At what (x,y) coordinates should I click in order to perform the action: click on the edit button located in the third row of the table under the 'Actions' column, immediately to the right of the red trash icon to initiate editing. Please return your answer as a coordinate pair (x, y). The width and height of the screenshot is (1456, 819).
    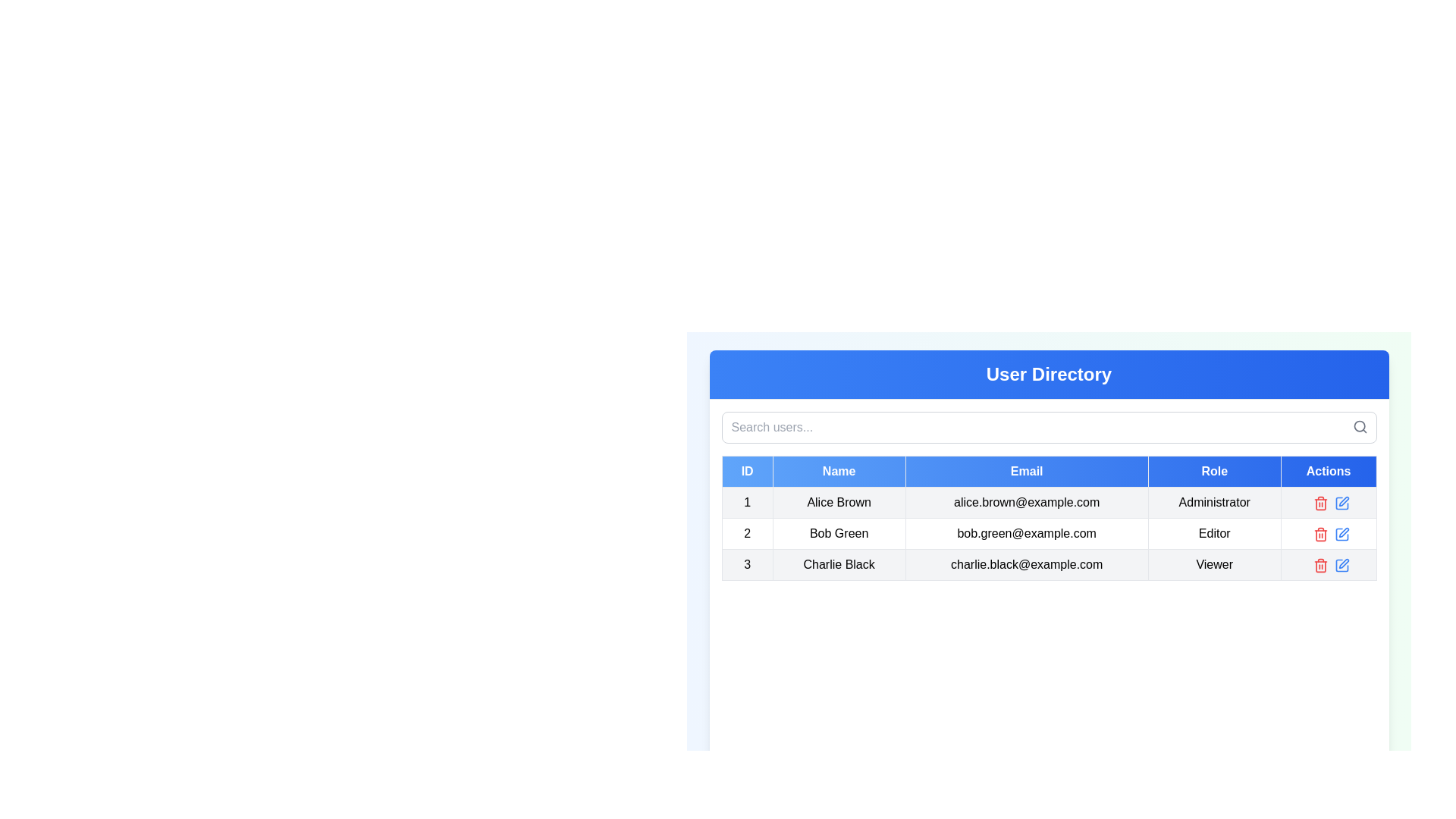
    Looking at the image, I should click on (1342, 564).